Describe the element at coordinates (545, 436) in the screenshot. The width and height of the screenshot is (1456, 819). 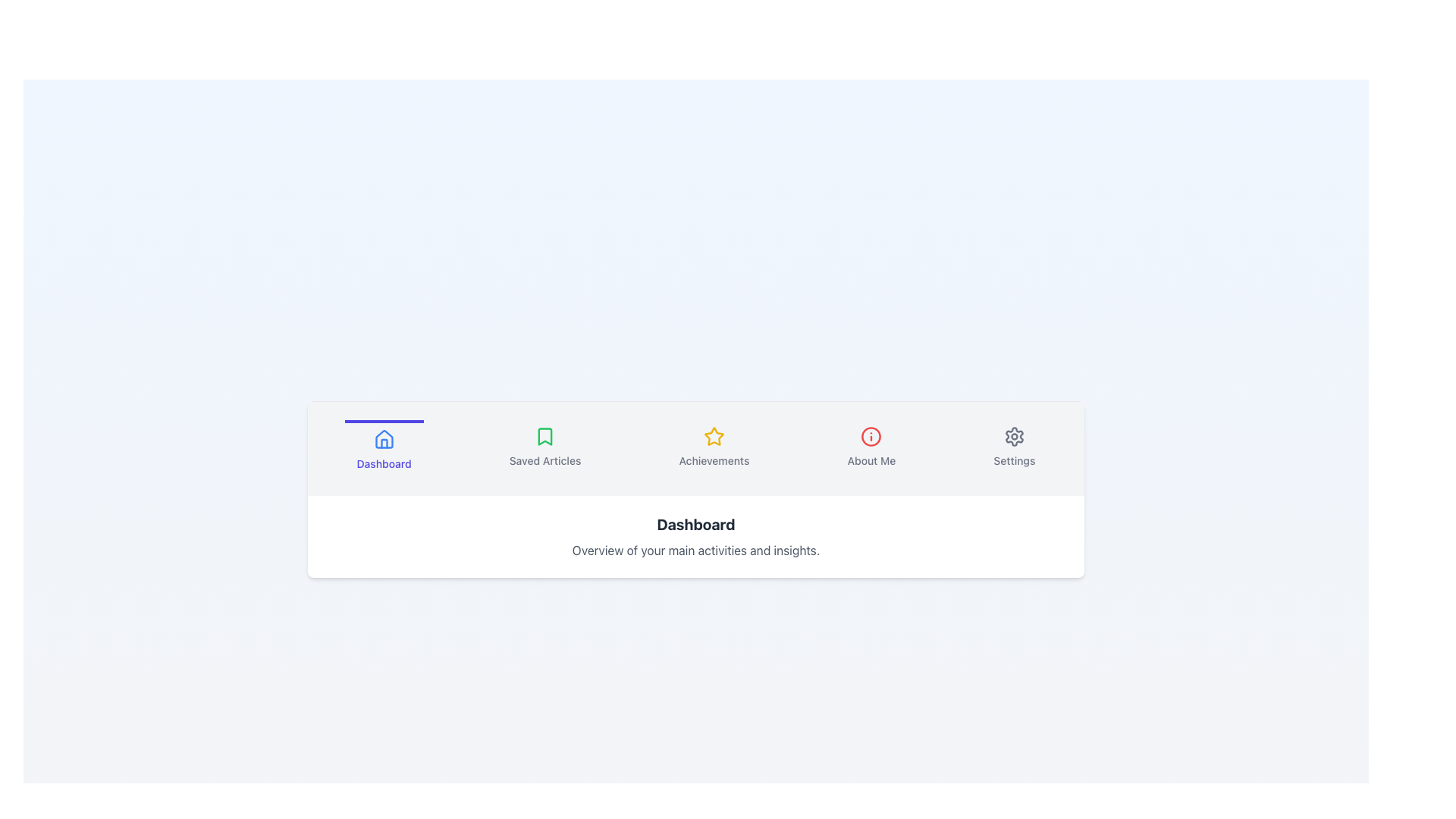
I see `the bookmark icon, which is a green stroke icon located within the 'Saved Articles' button in the navigation bar, second from the left` at that location.